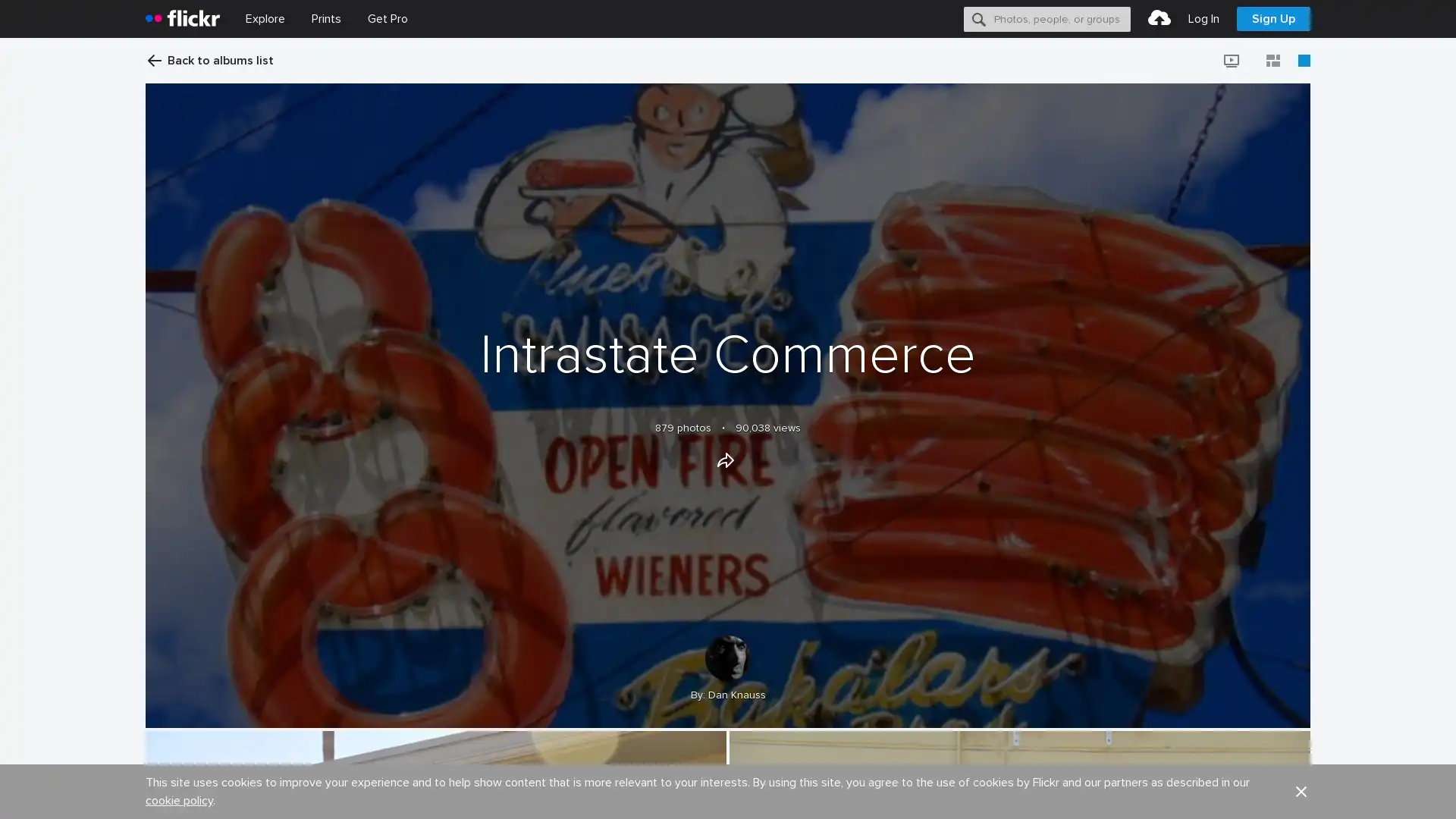 The height and width of the screenshot is (819, 1456). Describe the element at coordinates (979, 18) in the screenshot. I see `Search` at that location.